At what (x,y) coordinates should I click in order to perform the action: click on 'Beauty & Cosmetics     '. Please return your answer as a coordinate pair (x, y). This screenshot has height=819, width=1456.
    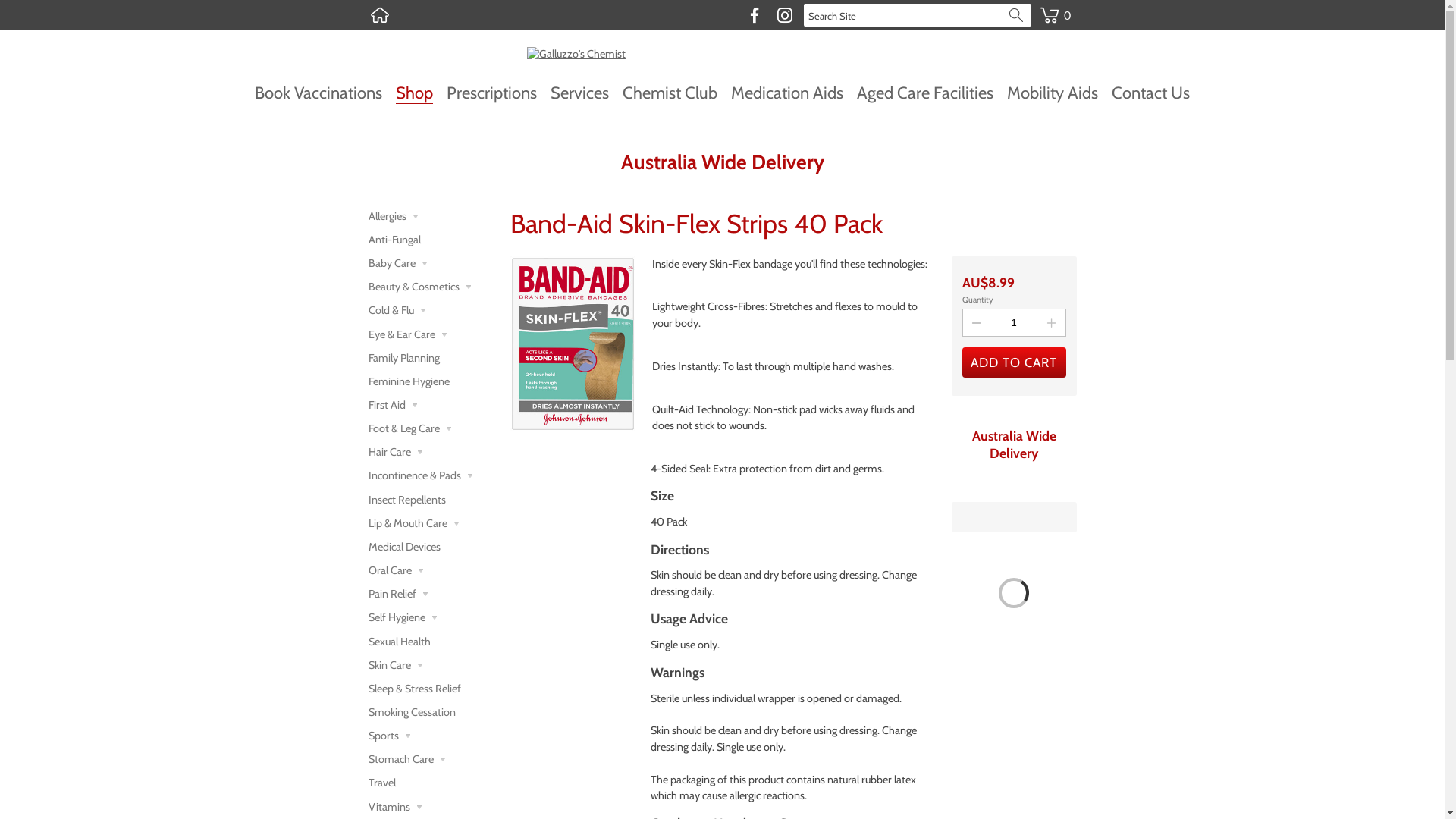
    Looking at the image, I should click on (368, 287).